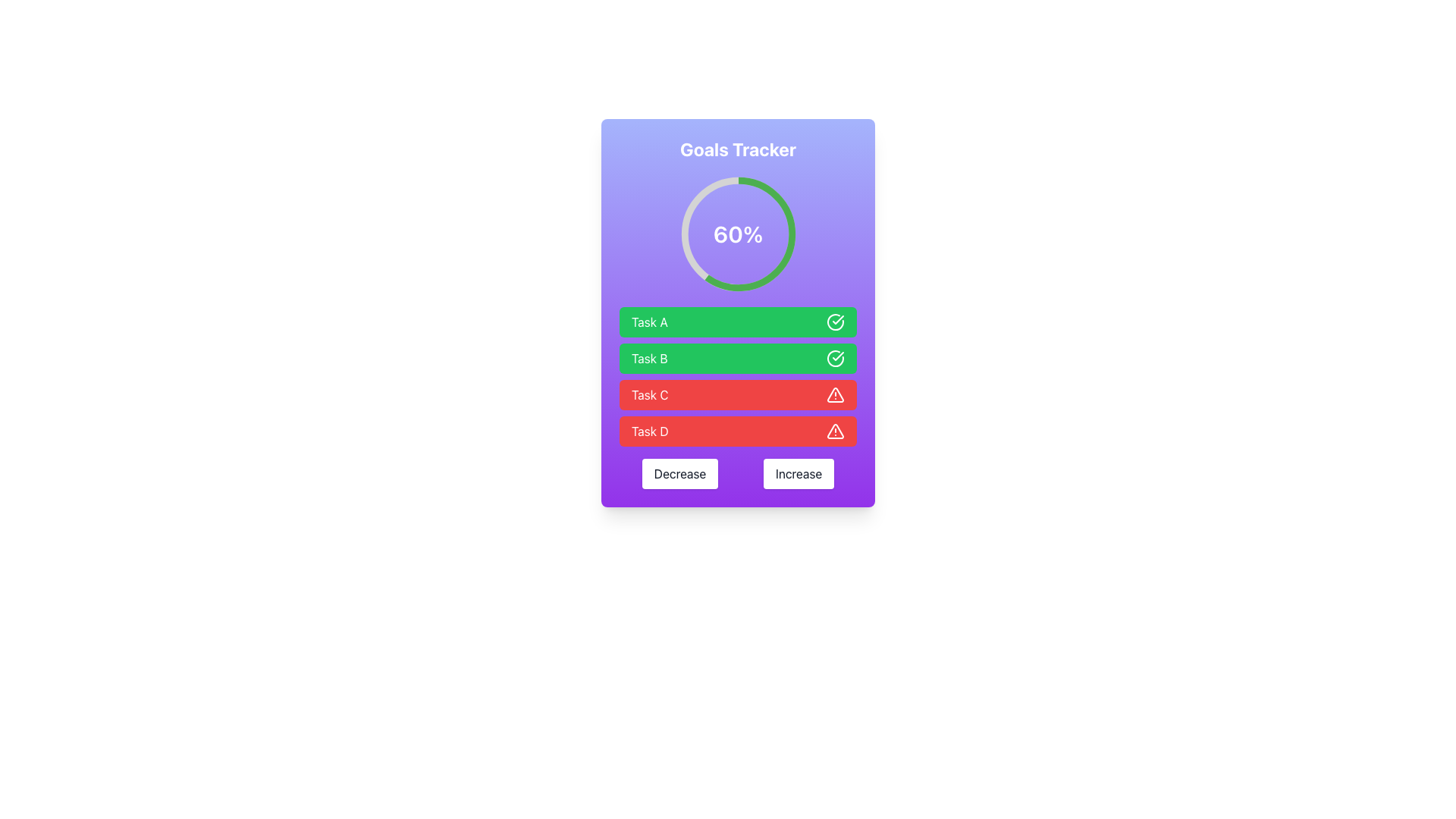  Describe the element at coordinates (738, 234) in the screenshot. I see `the Text Label displaying '60%' within the circular progress indicator, which is centrally aligned and indicates progress in the Goals Tracker panel` at that location.